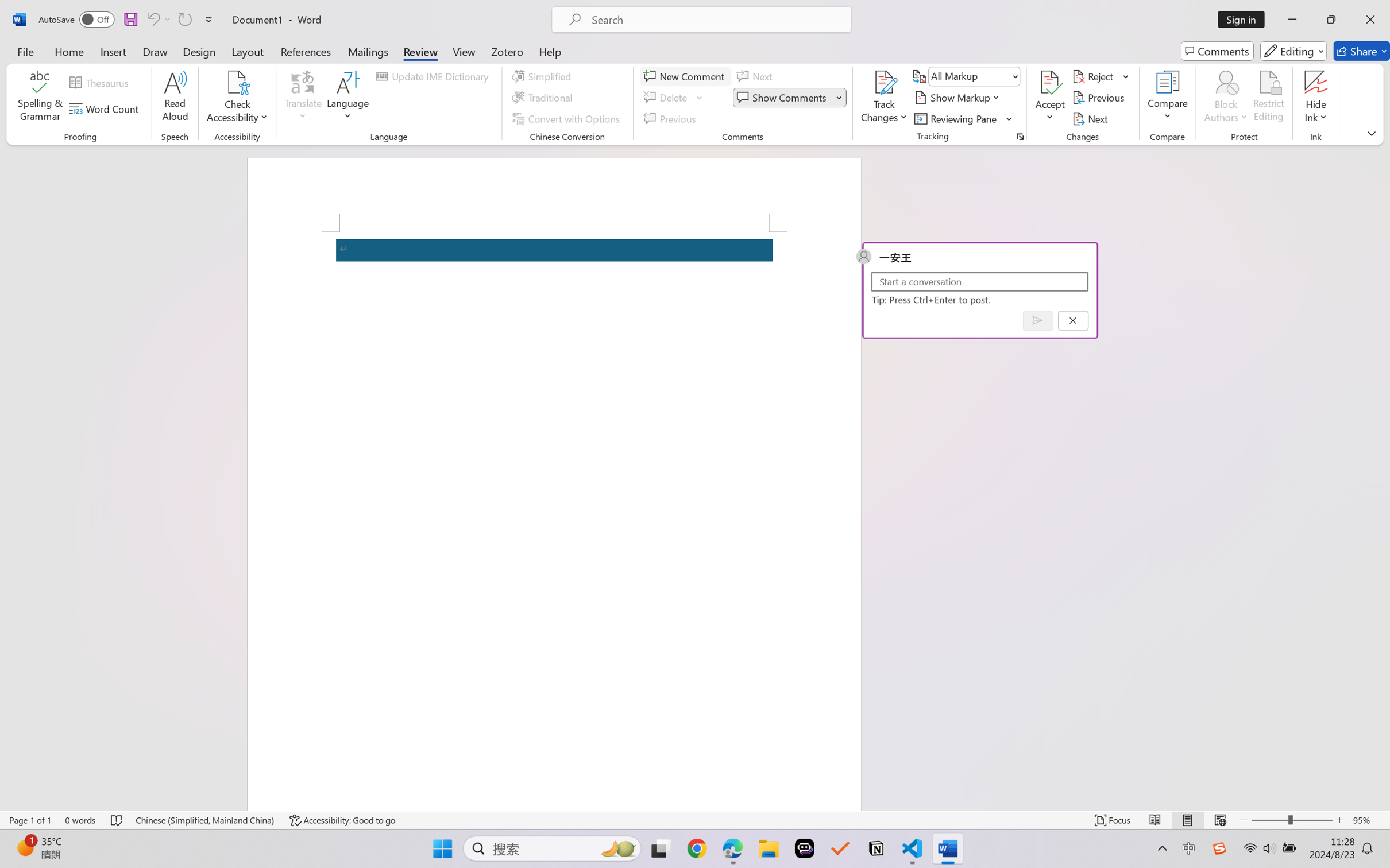 This screenshot has height=868, width=1390. I want to click on 'Hide Ink', so click(1316, 98).